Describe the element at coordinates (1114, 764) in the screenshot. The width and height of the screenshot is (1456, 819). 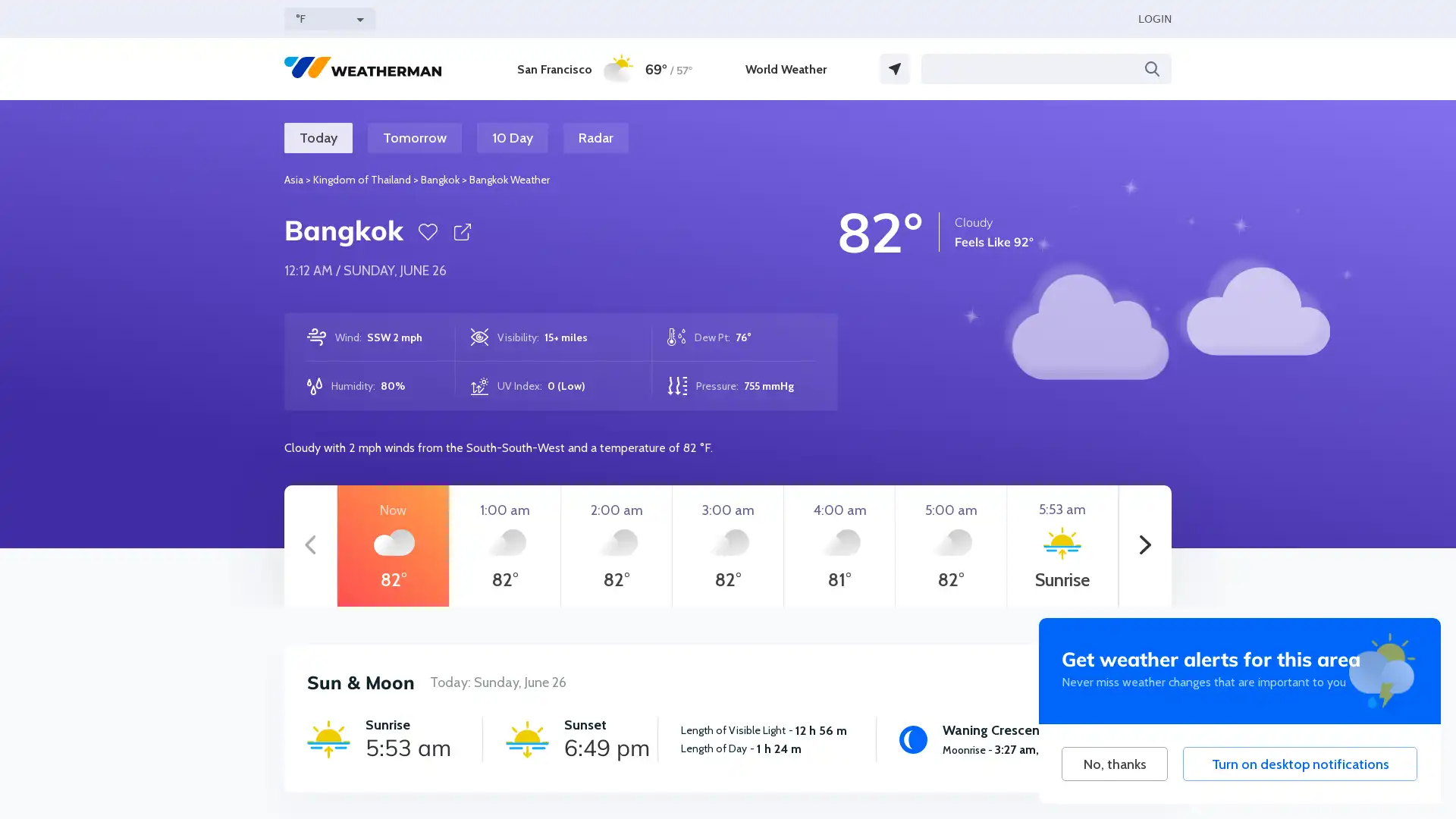
I see `No, thanks` at that location.